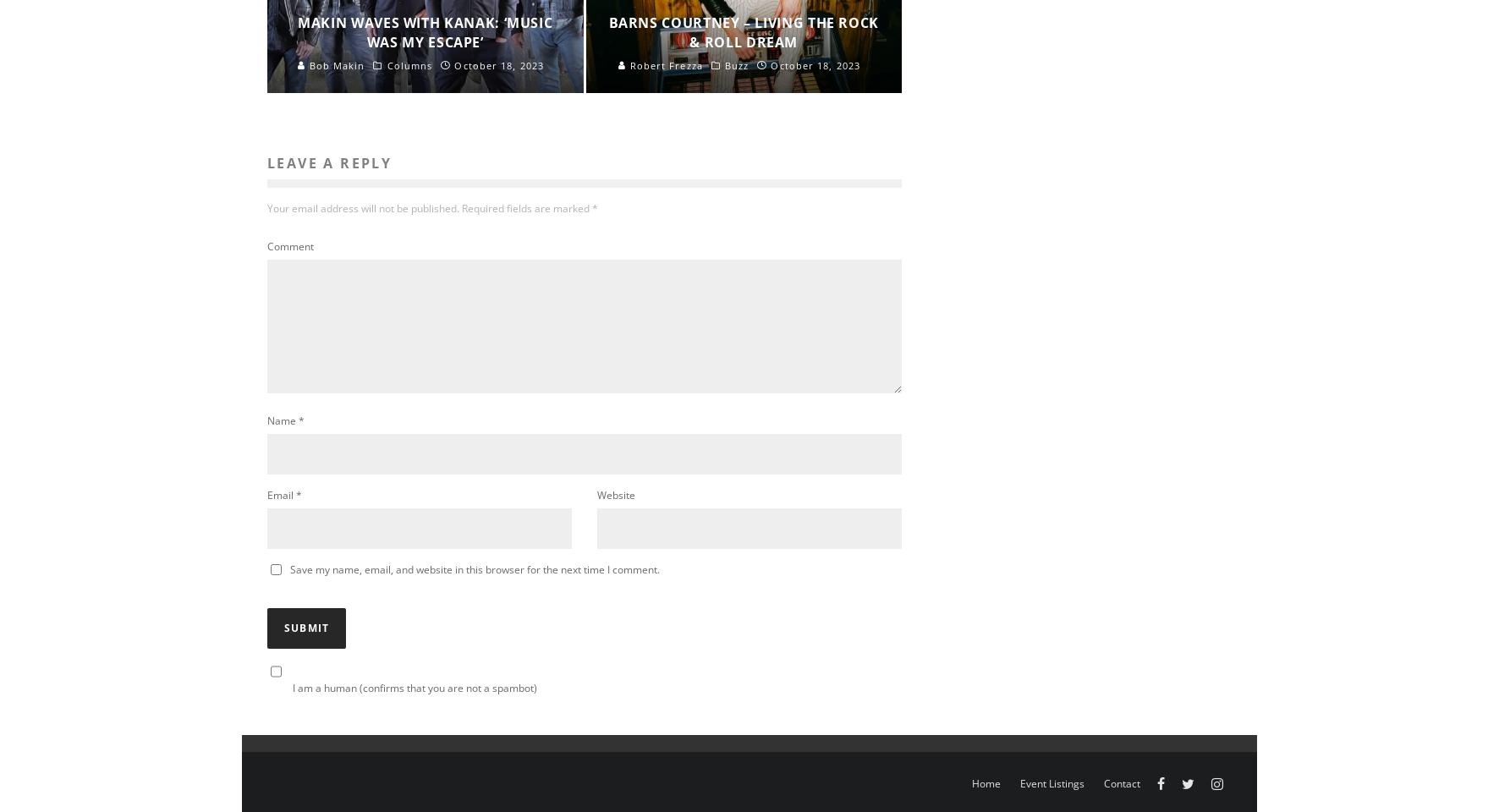  Describe the element at coordinates (335, 65) in the screenshot. I see `'Bob Makin'` at that location.